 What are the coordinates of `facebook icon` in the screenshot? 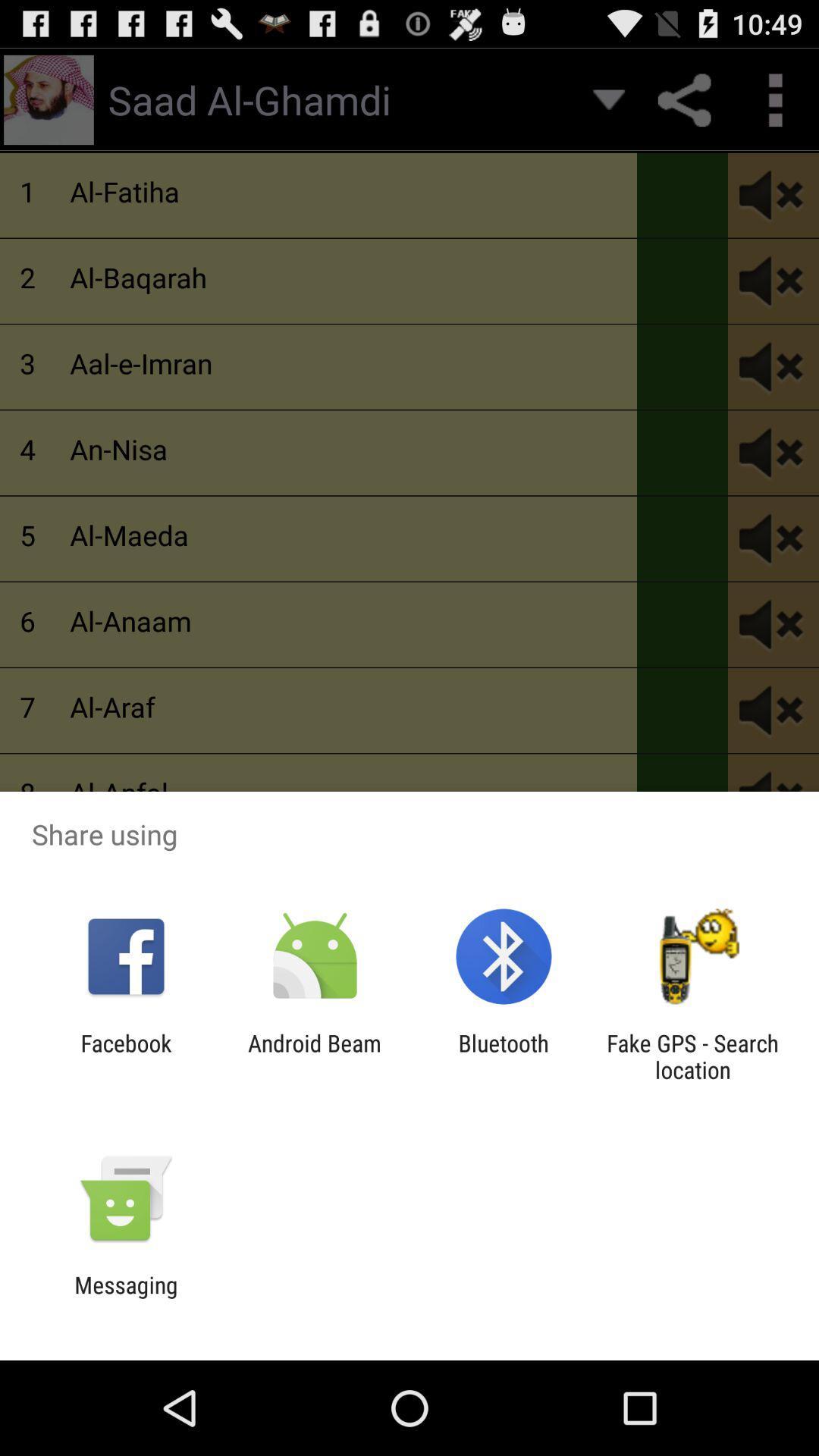 It's located at (125, 1056).